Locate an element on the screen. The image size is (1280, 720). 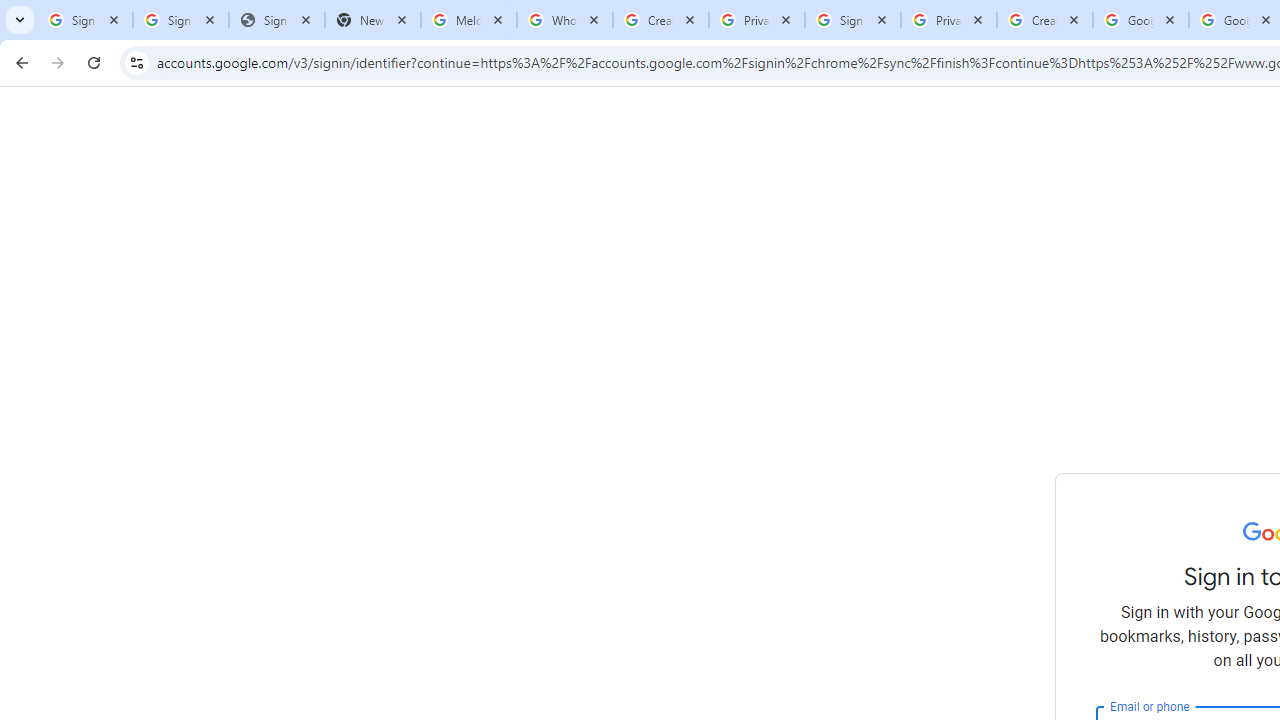
'Sign in - Google Accounts' is located at coordinates (84, 20).